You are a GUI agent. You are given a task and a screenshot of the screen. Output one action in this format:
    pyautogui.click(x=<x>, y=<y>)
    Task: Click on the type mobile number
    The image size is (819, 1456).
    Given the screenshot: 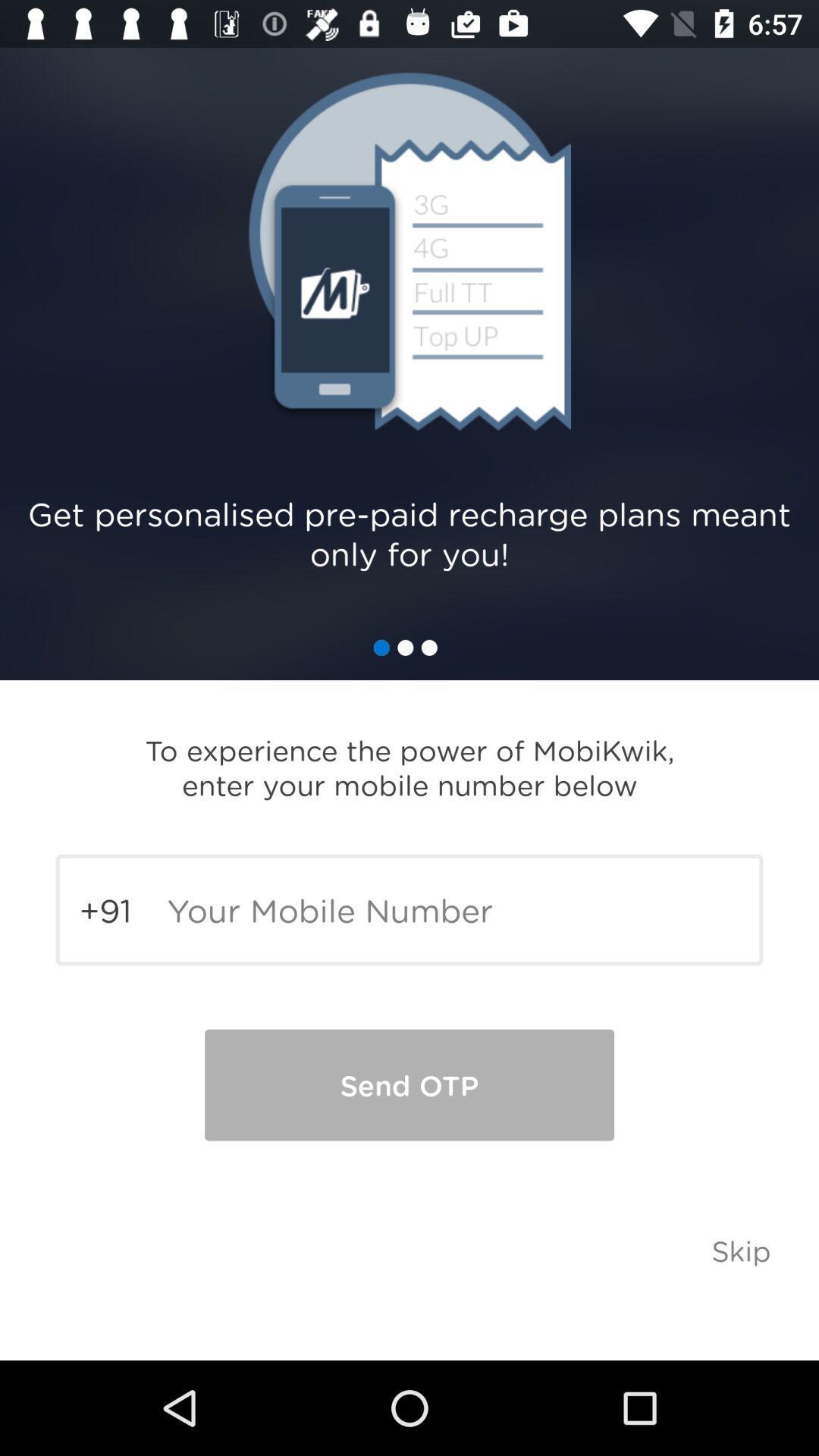 What is the action you would take?
    pyautogui.click(x=409, y=910)
    